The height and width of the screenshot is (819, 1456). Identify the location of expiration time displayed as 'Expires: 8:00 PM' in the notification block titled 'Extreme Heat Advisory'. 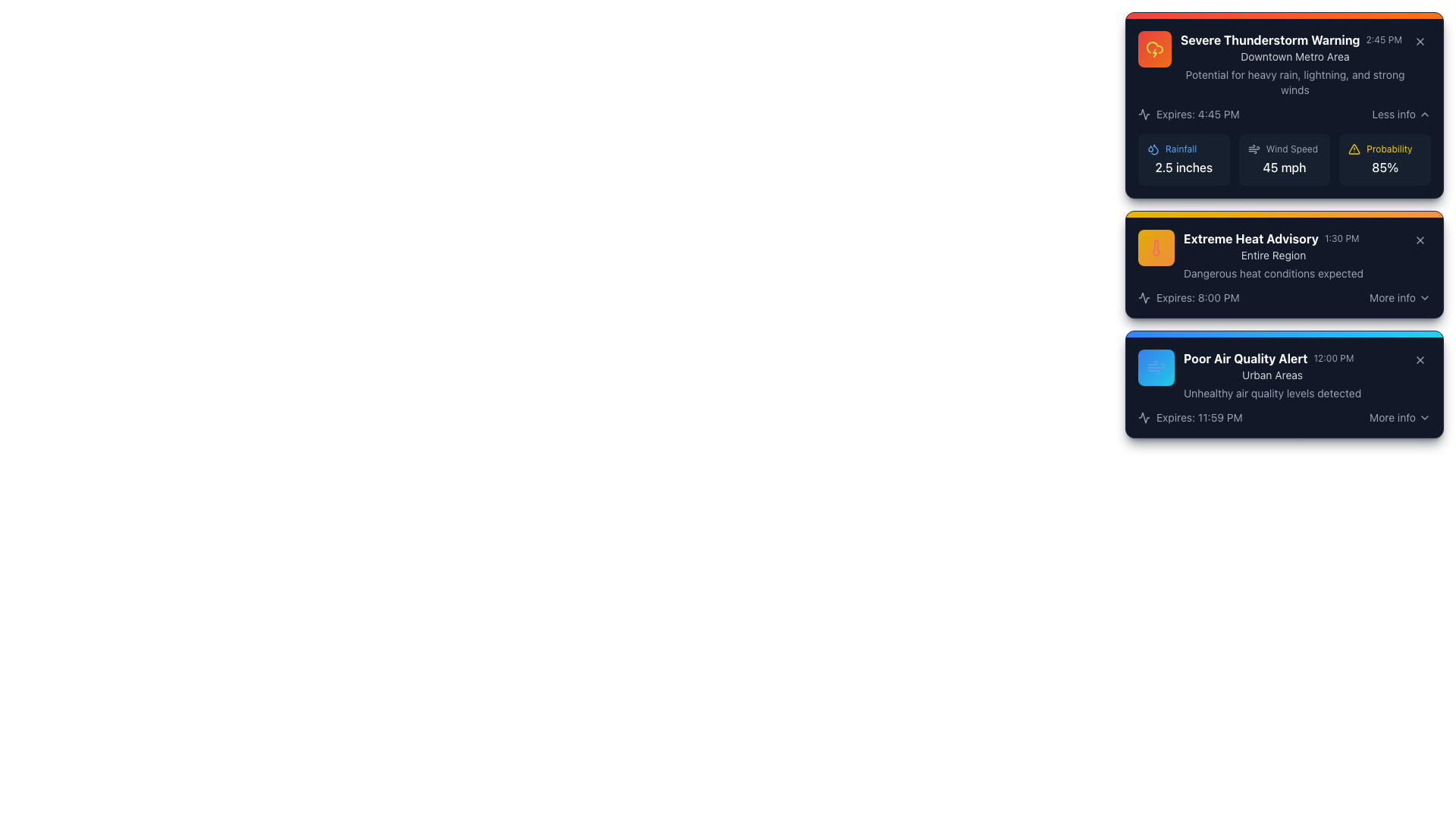
(1284, 298).